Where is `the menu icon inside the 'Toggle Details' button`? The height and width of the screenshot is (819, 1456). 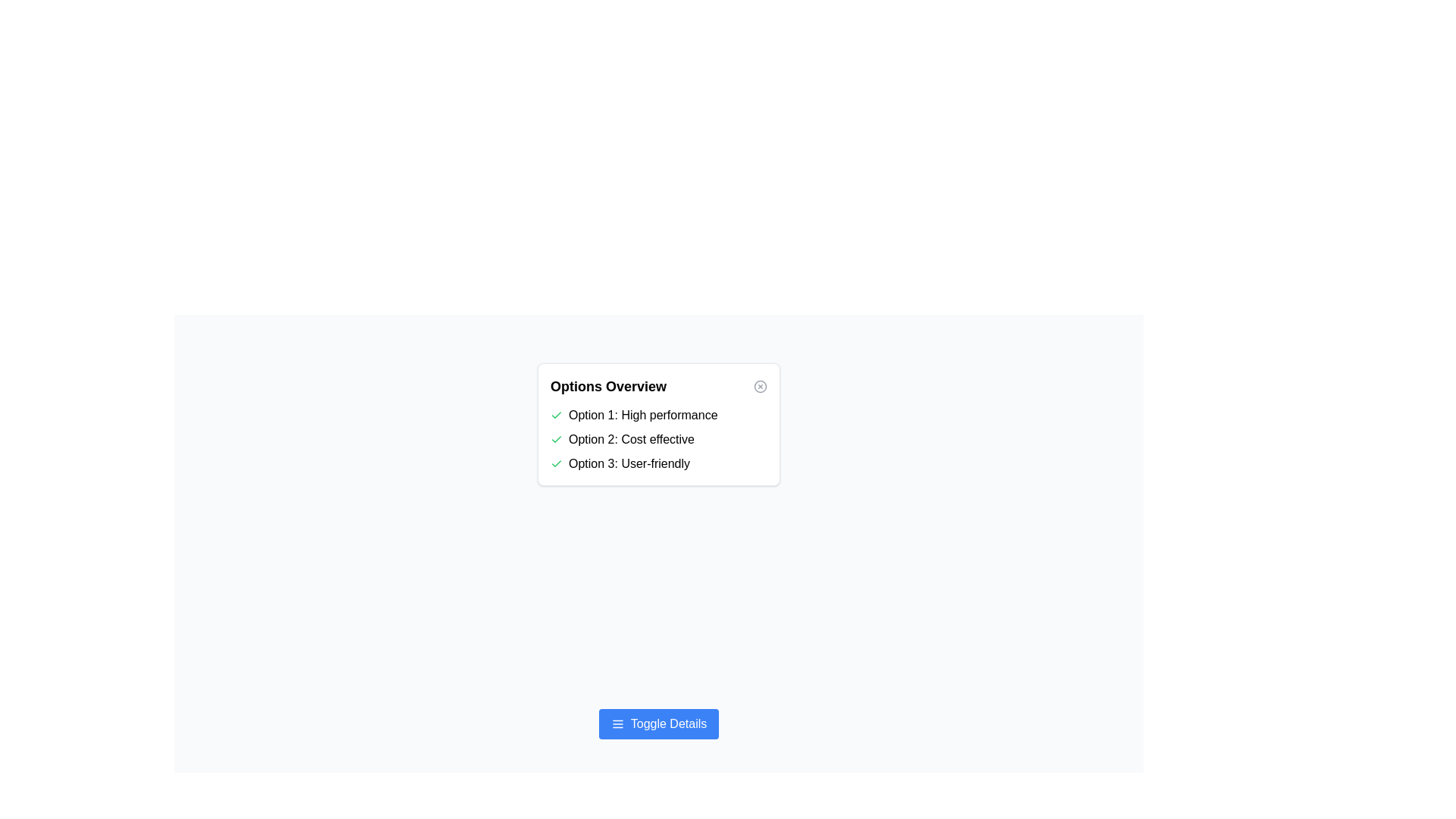 the menu icon inside the 'Toggle Details' button is located at coordinates (617, 723).